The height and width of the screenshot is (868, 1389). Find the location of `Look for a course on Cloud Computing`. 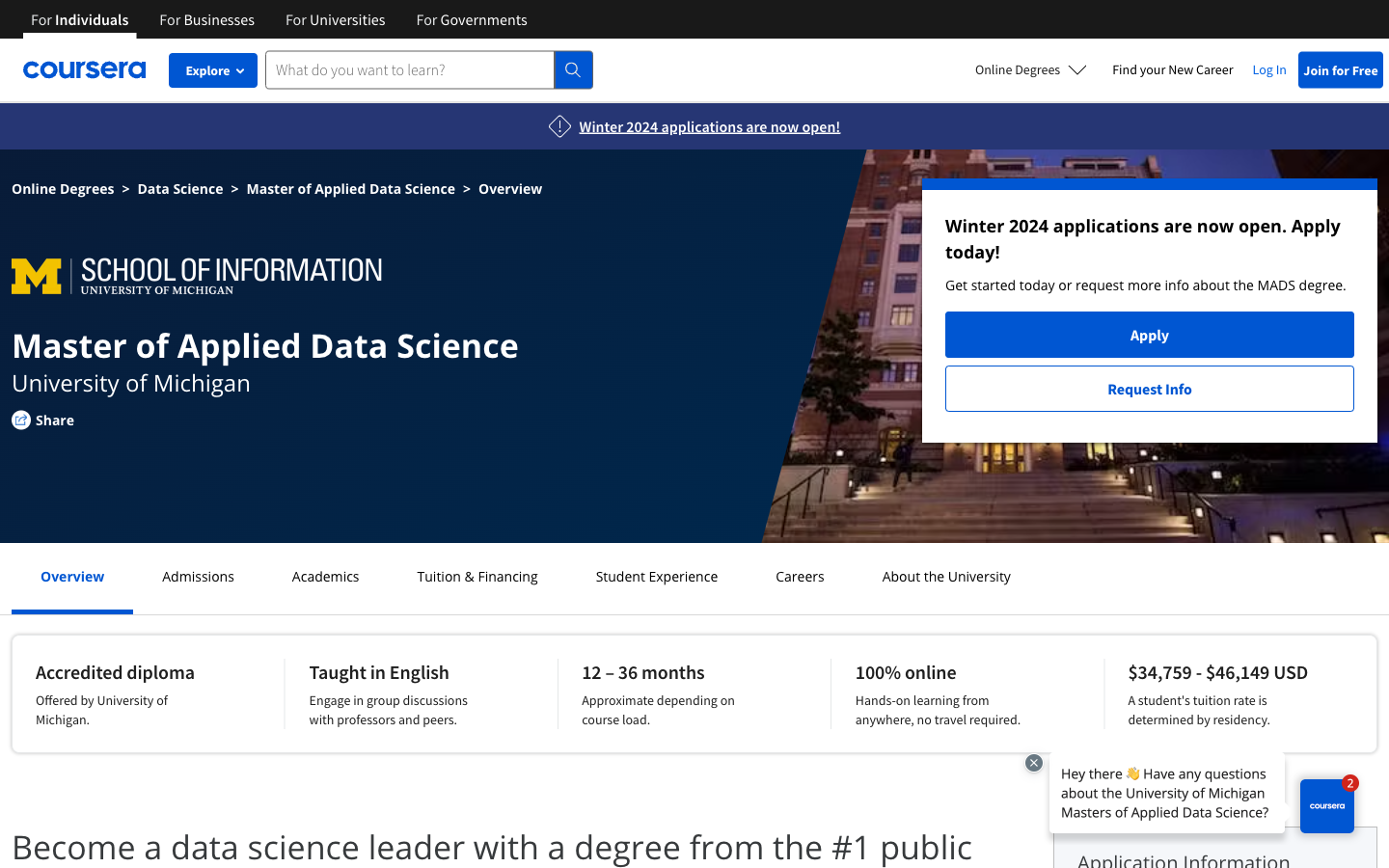

Look for a course on Cloud Computing is located at coordinates (656, 576).